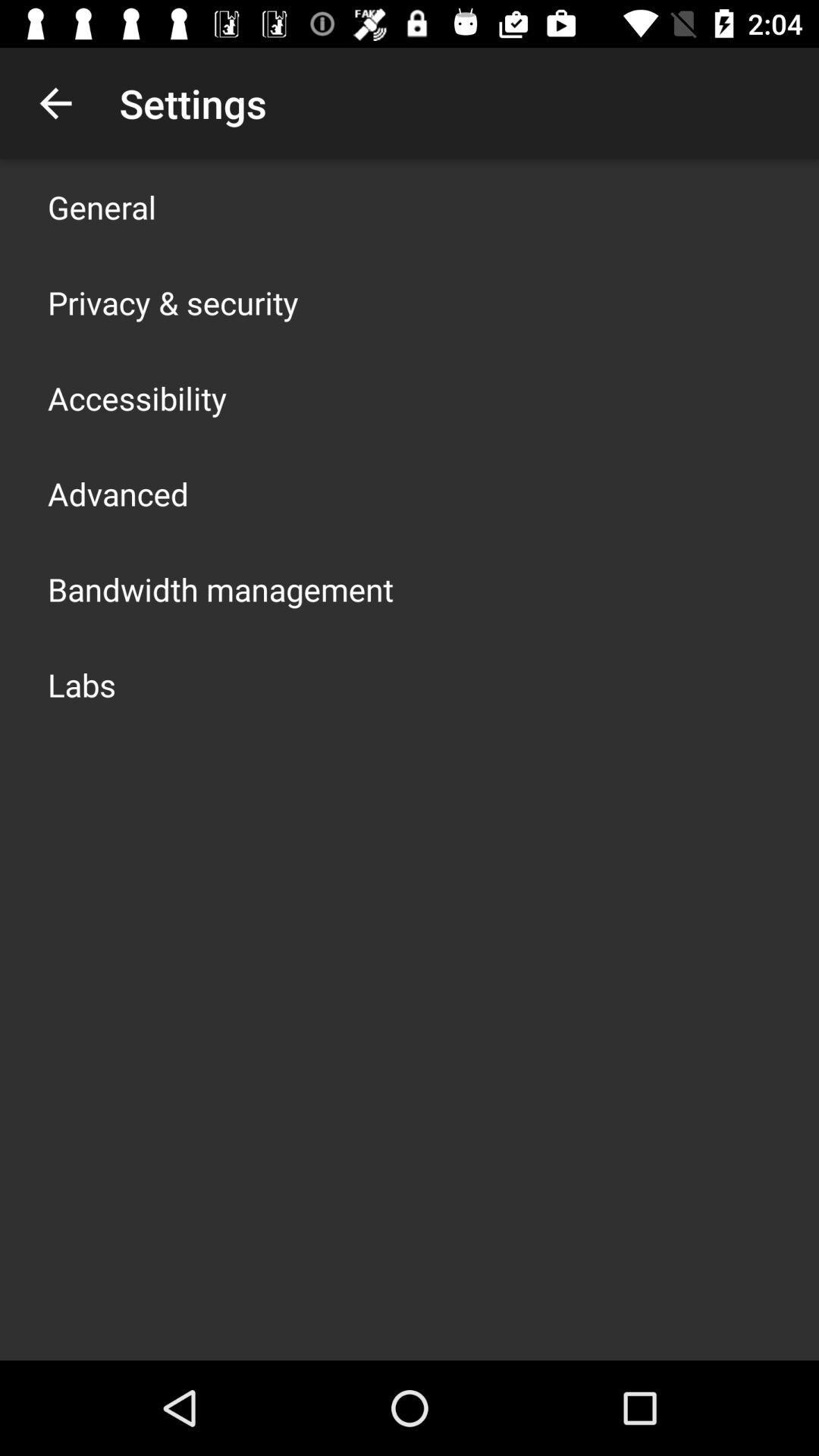  What do you see at coordinates (137, 397) in the screenshot?
I see `accessibility item` at bounding box center [137, 397].